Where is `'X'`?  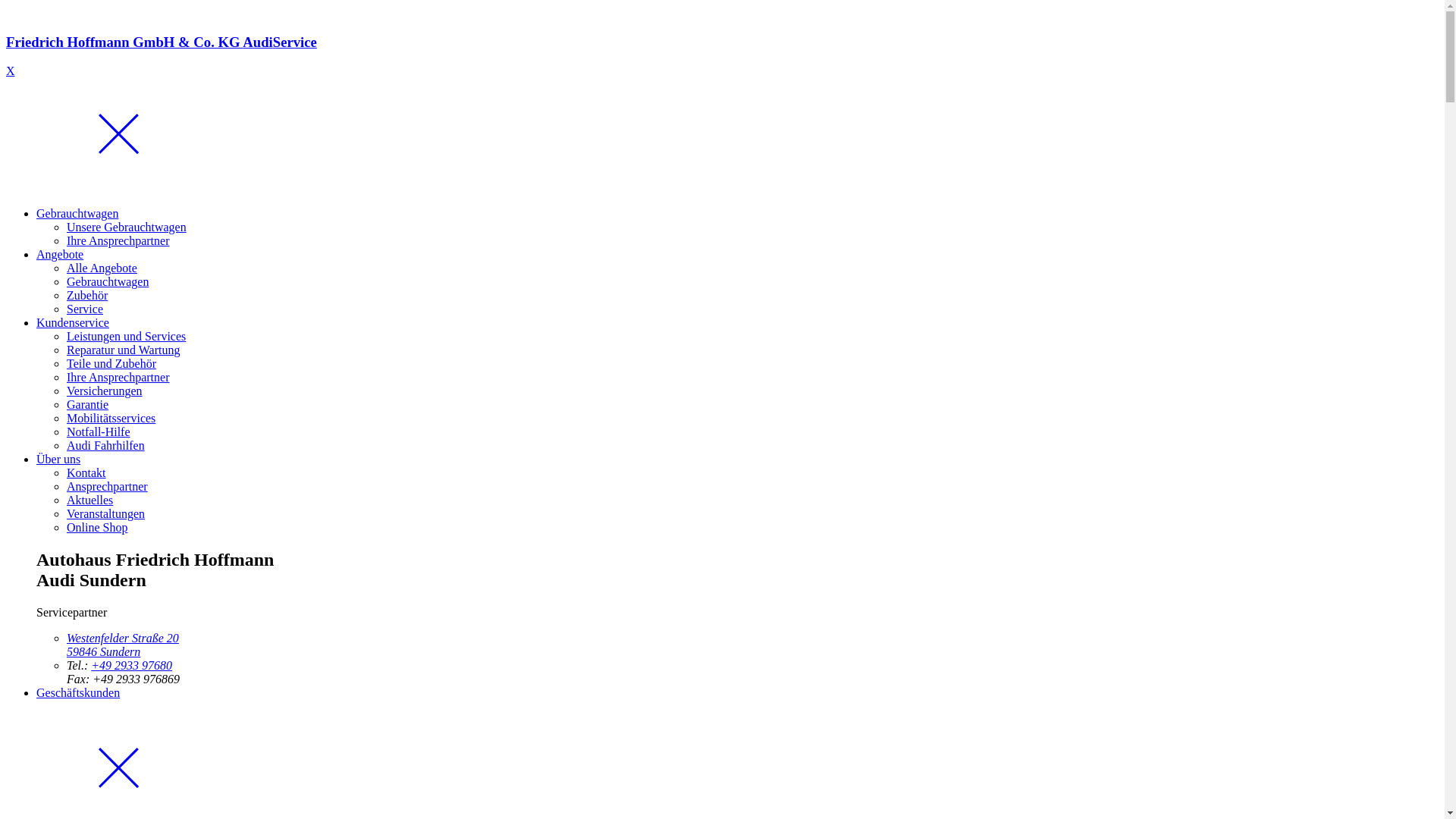 'X' is located at coordinates (11, 71).